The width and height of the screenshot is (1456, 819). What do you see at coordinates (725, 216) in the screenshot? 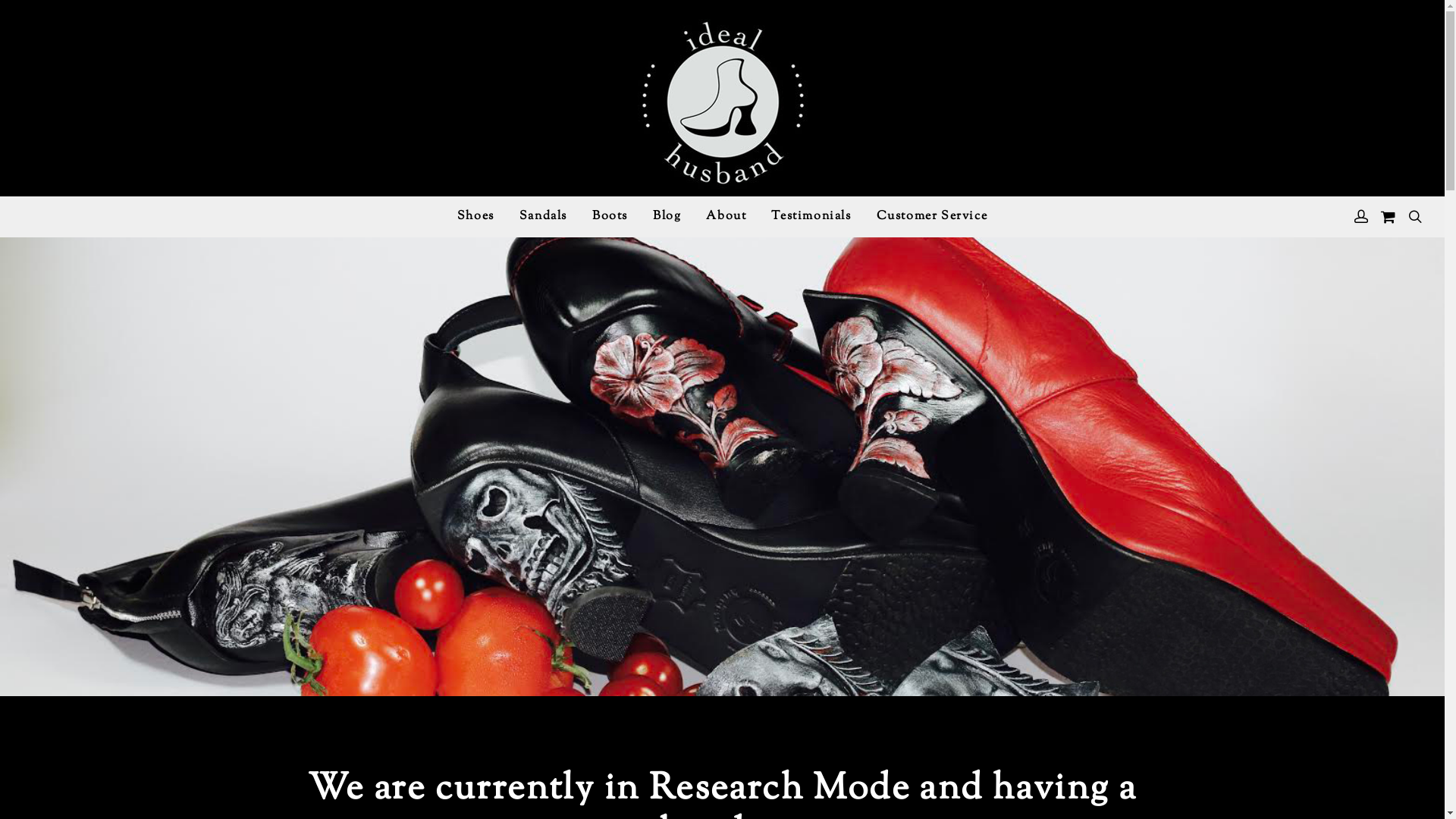
I see `'About'` at bounding box center [725, 216].